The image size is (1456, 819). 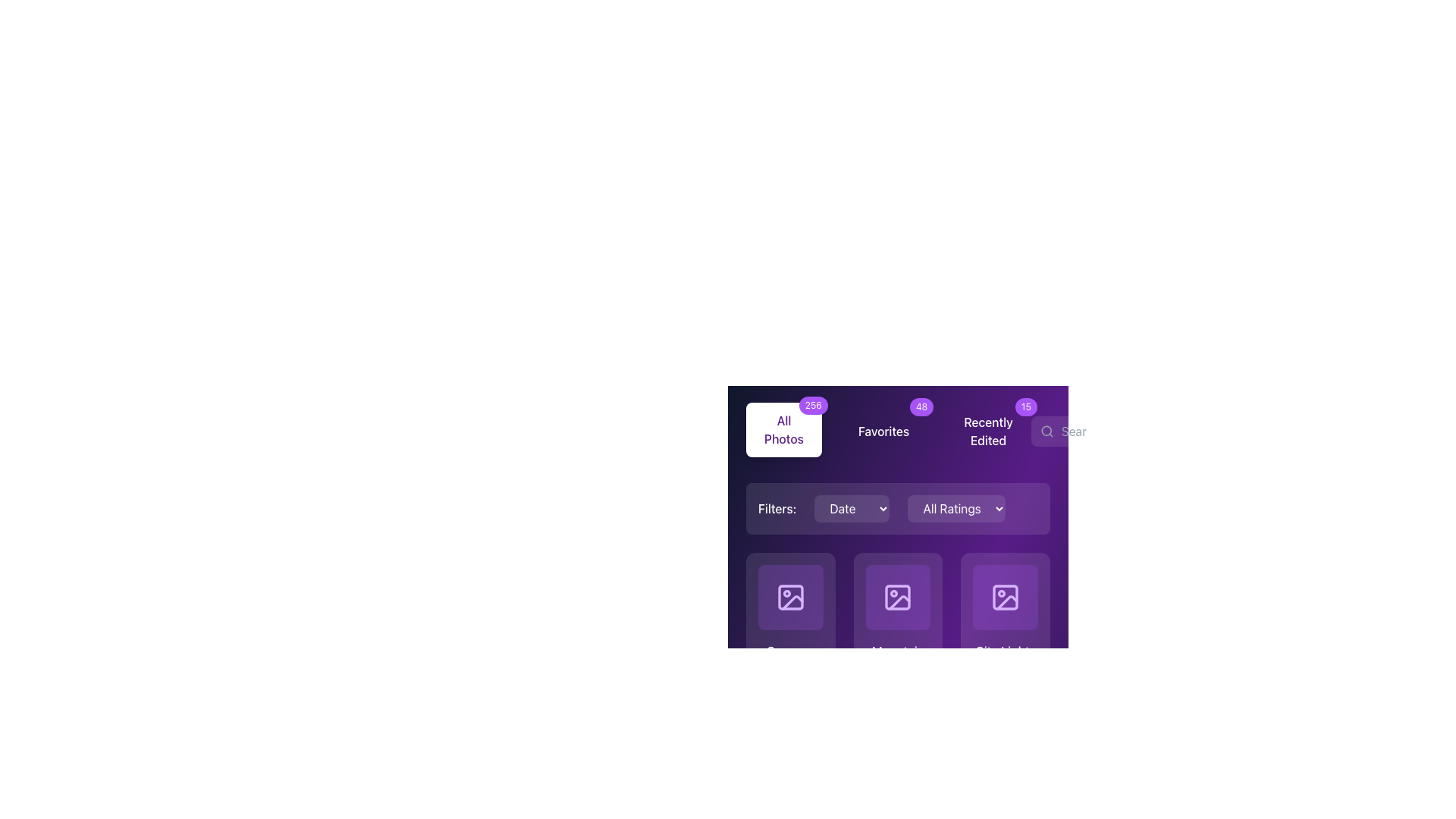 I want to click on the 'All Ratings' dropdown menu using the keyboard, which is positioned in the center of the filter bar, to the right of the 'Filters: Date' dropdown, so click(x=898, y=508).